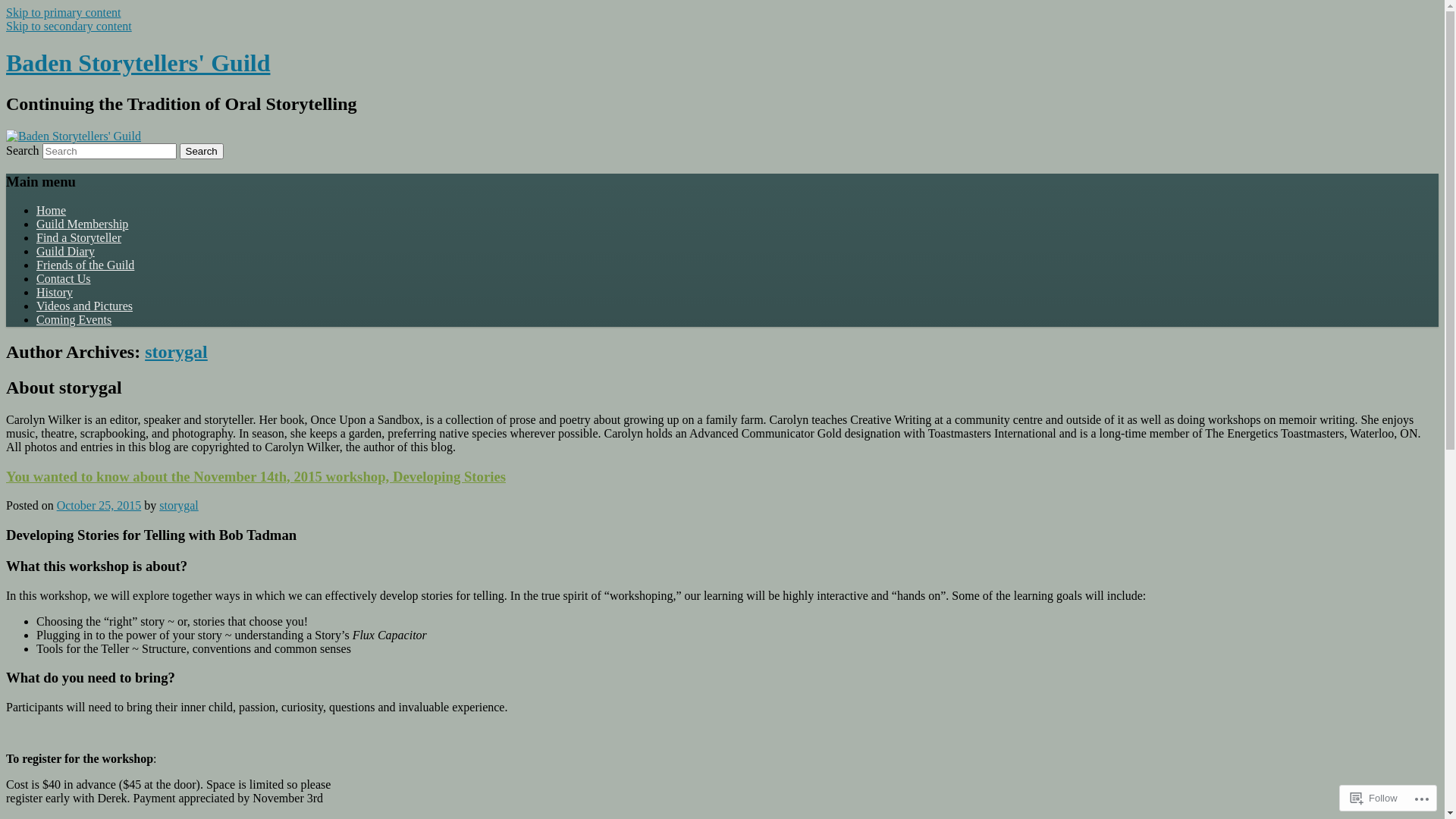 The width and height of the screenshot is (1456, 819). I want to click on 'Home', so click(51, 210).